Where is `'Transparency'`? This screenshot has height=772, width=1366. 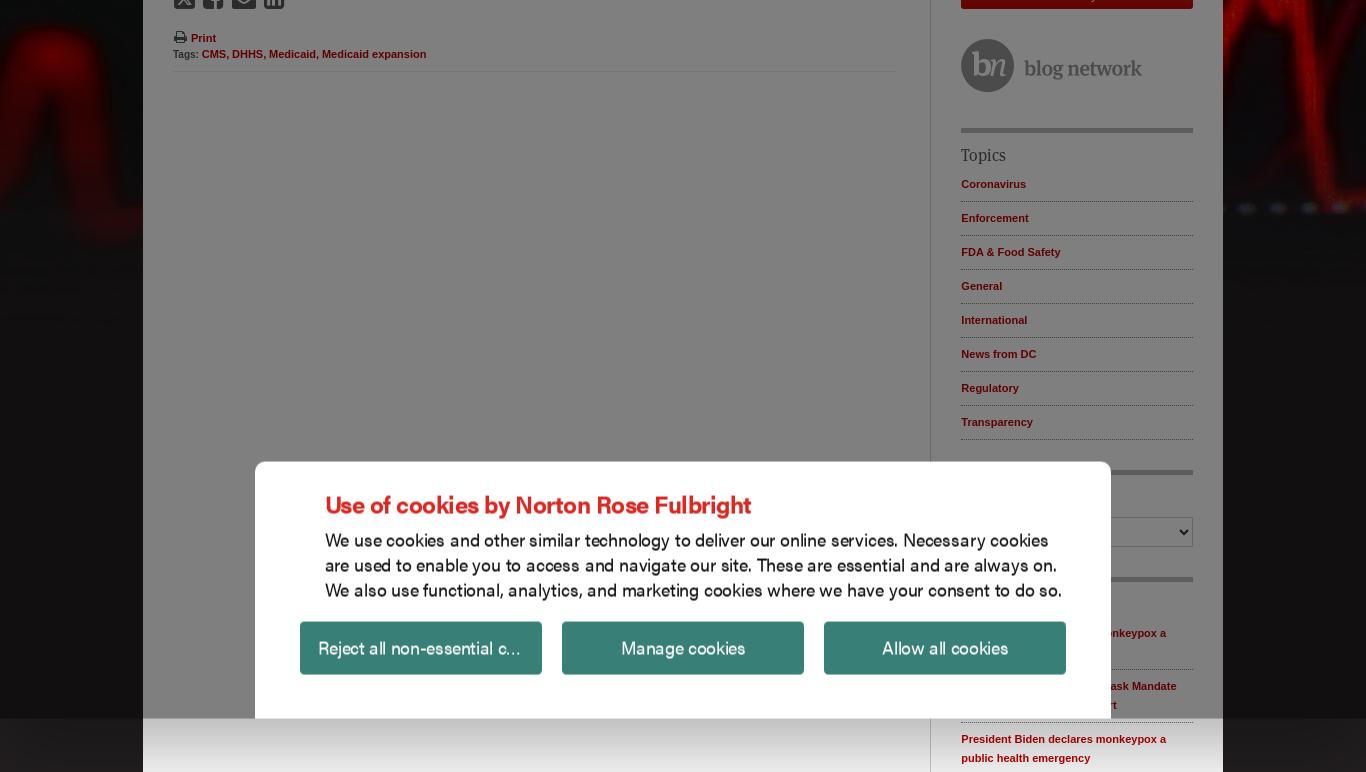
'Transparency' is located at coordinates (996, 419).